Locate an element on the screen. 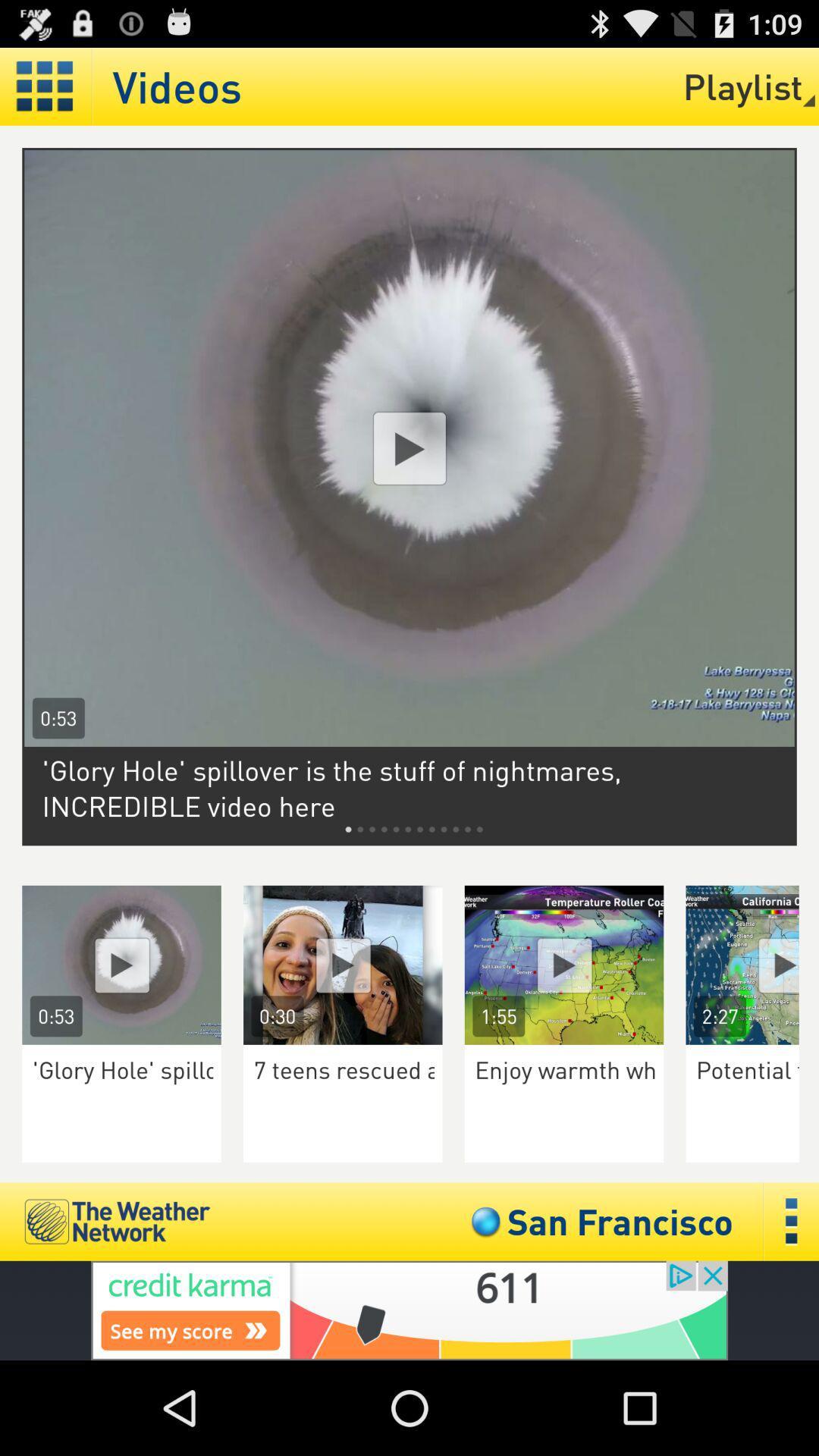  advertisement page is located at coordinates (409, 447).